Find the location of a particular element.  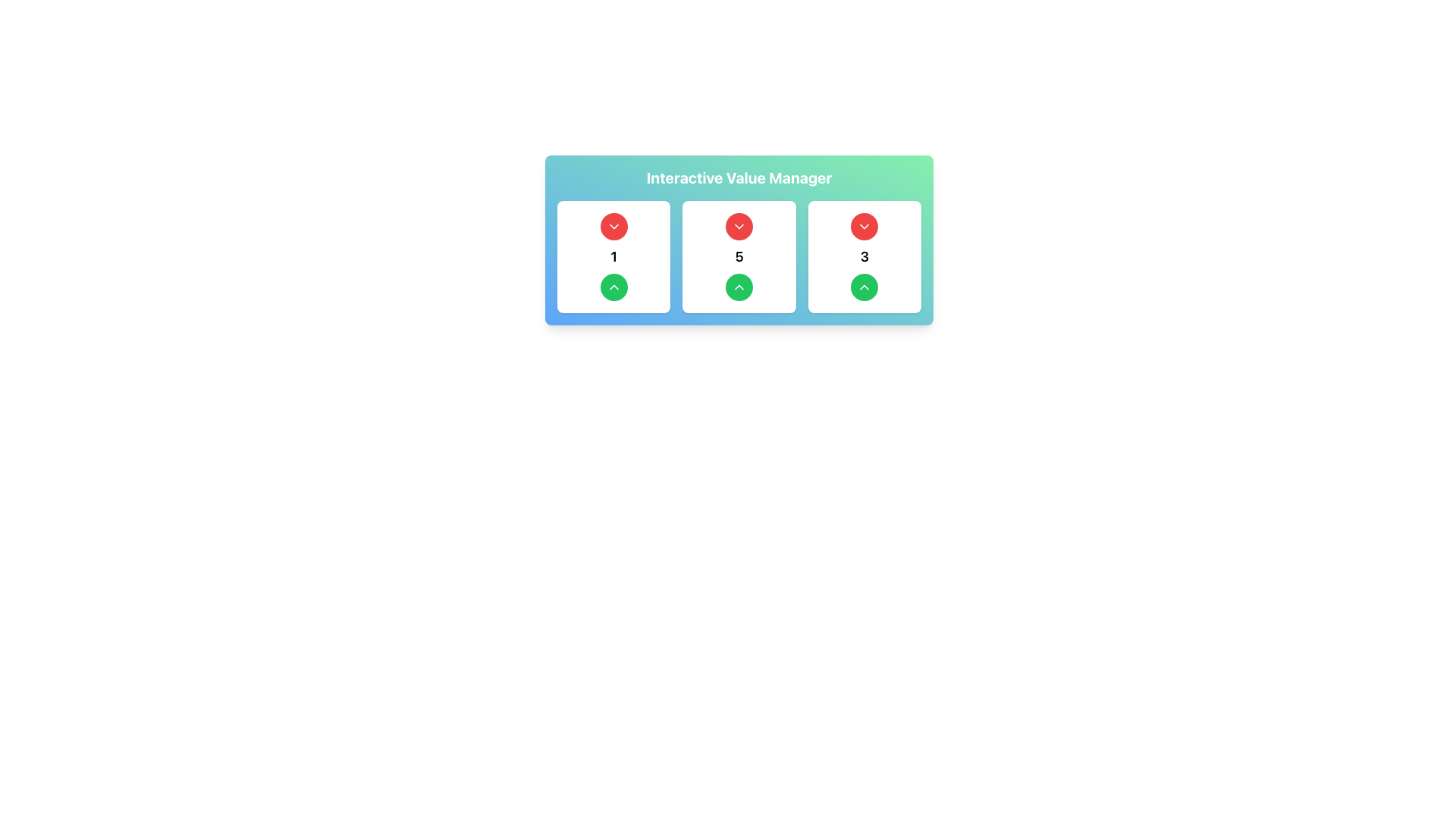

the circular green button with a white upwards-pointing chevron arrow is located at coordinates (739, 287).